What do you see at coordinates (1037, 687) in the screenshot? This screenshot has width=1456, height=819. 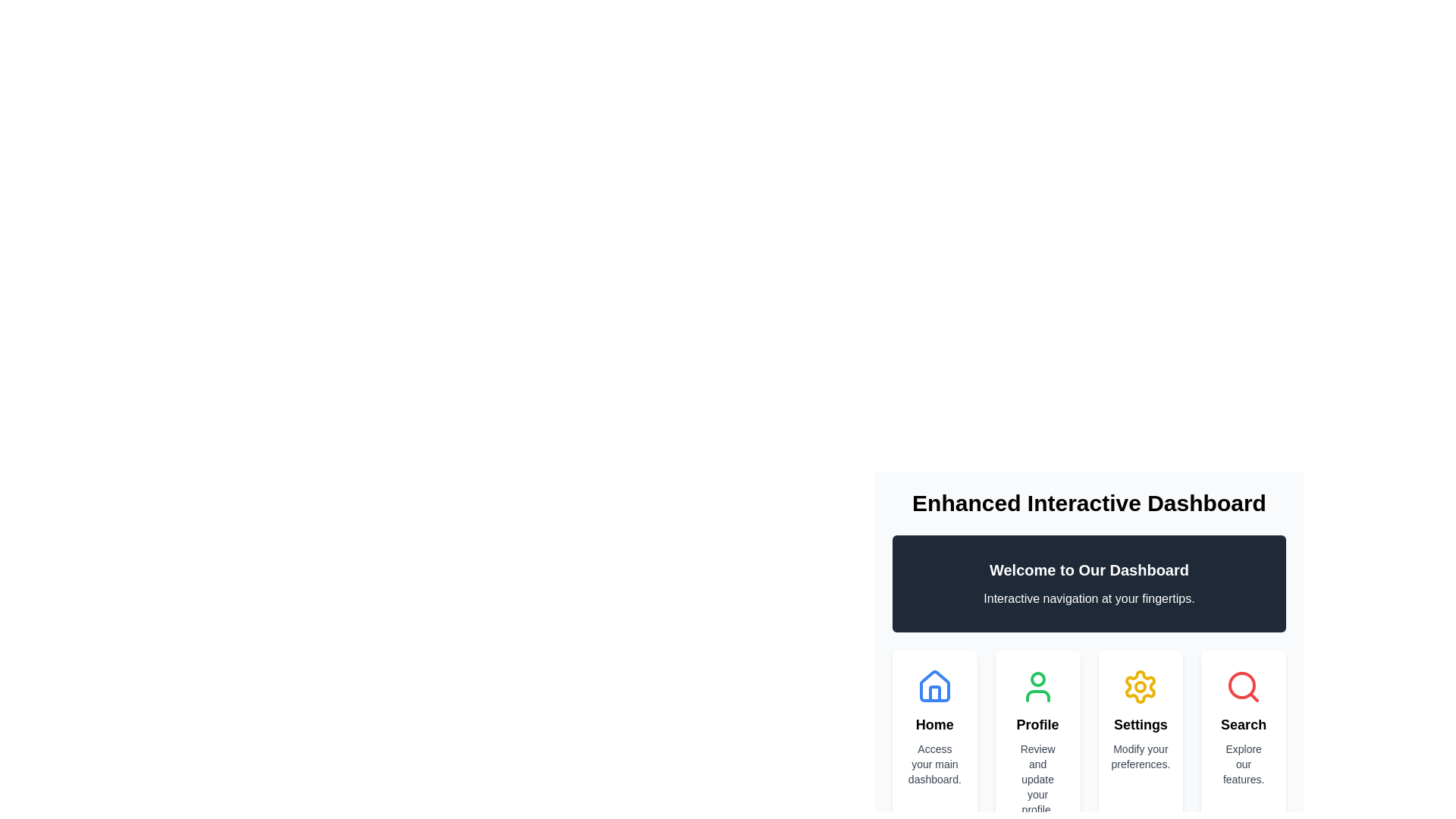 I see `the green user icon in the second card from the left on the dashboard, which is positioned above the text 'Profile' and 'Review and update your profile.'` at bounding box center [1037, 687].